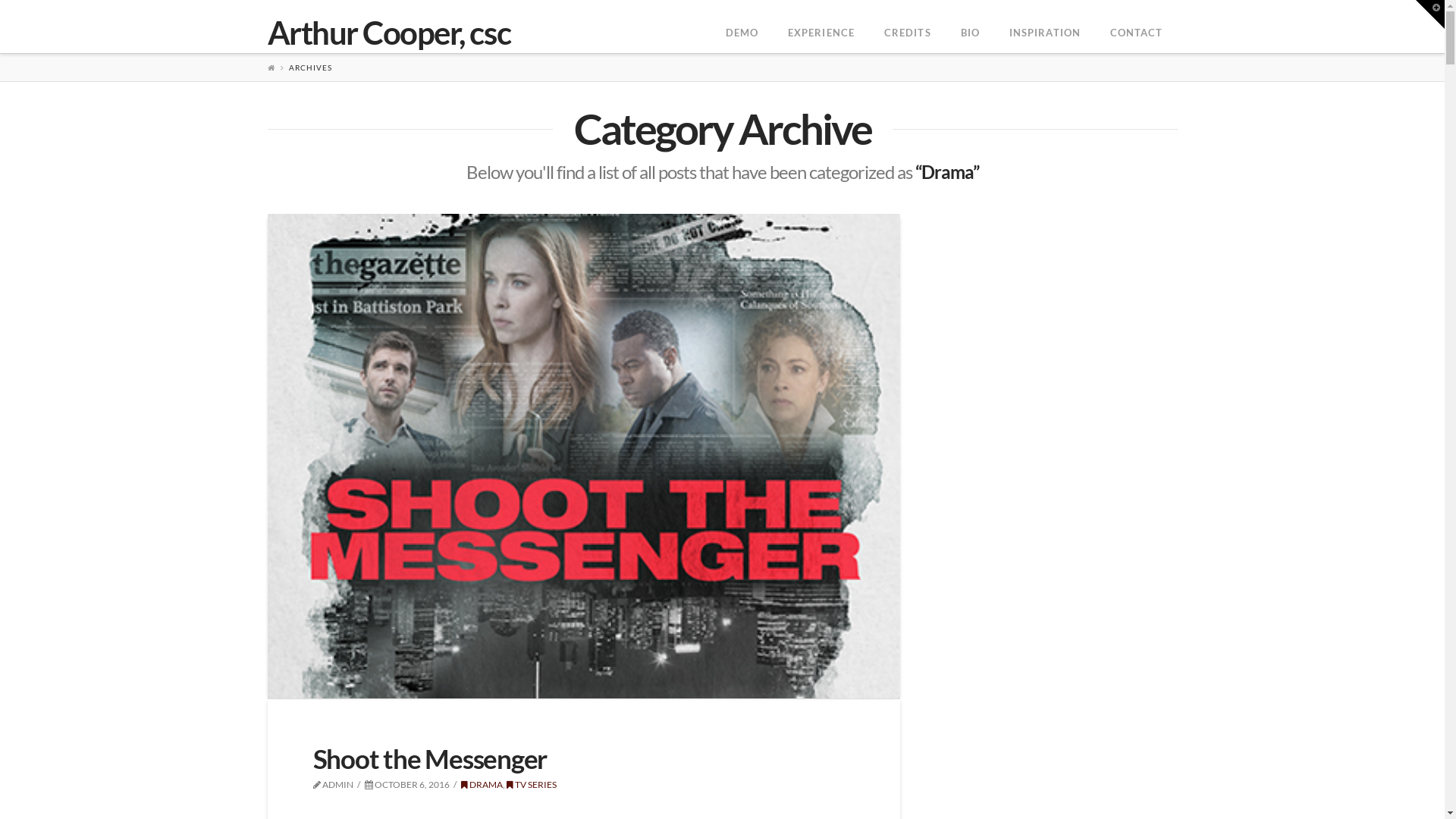  I want to click on 'TV SERIES', so click(506, 784).